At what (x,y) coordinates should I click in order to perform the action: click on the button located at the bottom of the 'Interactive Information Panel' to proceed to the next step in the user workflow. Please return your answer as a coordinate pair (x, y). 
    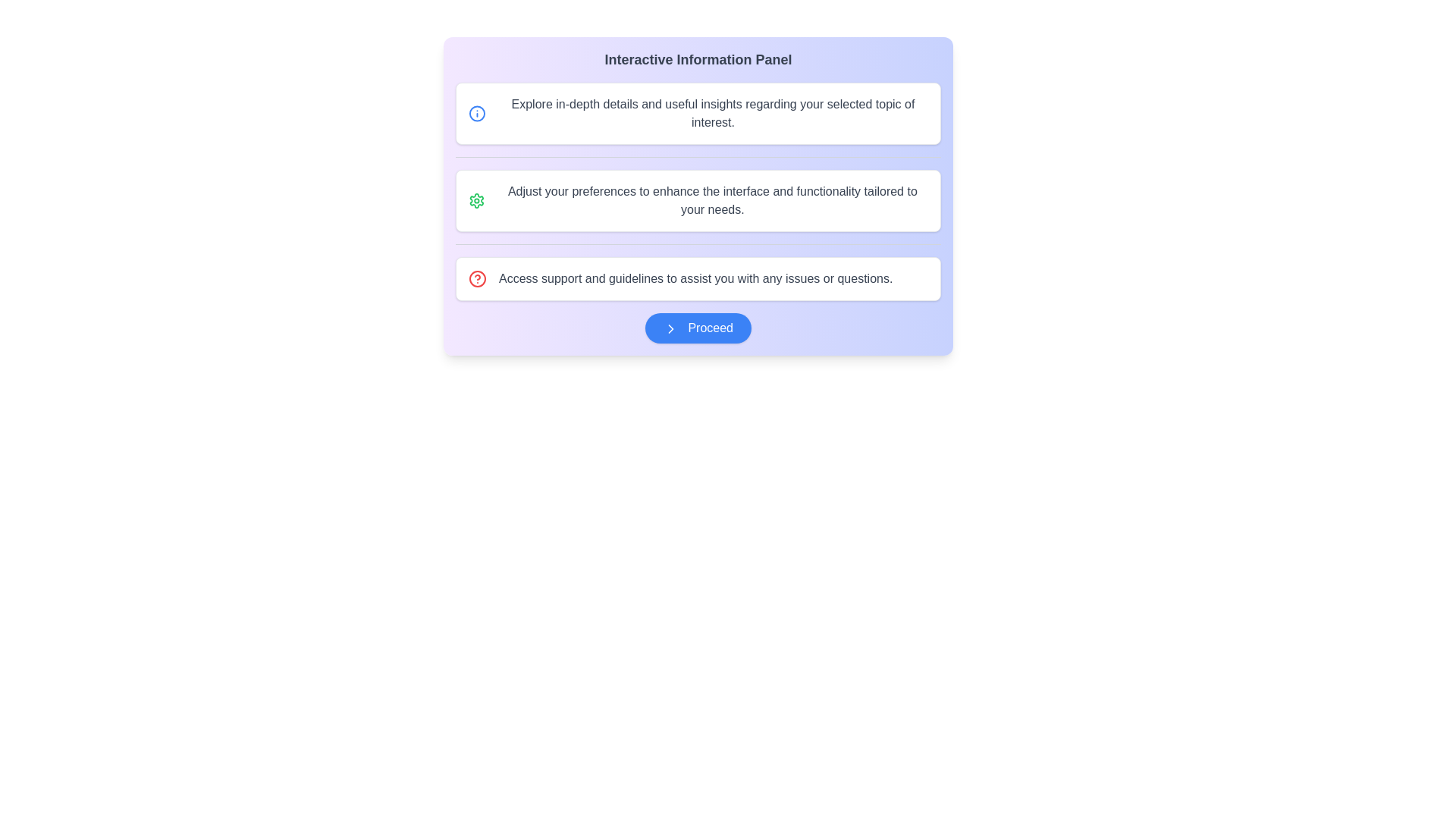
    Looking at the image, I should click on (698, 327).